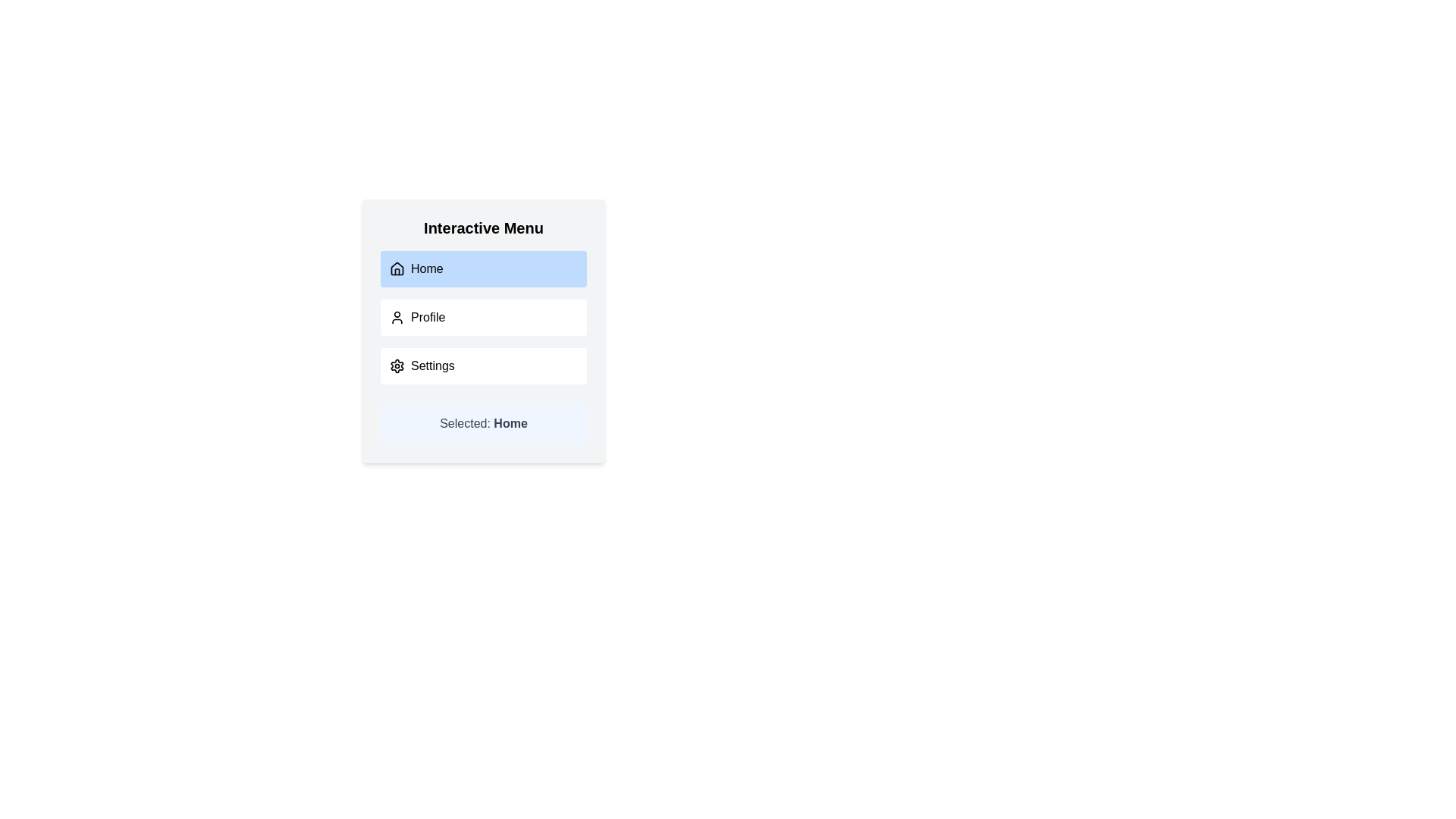 This screenshot has width=1456, height=819. I want to click on the 'Profile' button, which is a horizontal button with a white background and rounded corners, located below the 'Home' button in the 'Interactive Menu' section, so click(483, 317).